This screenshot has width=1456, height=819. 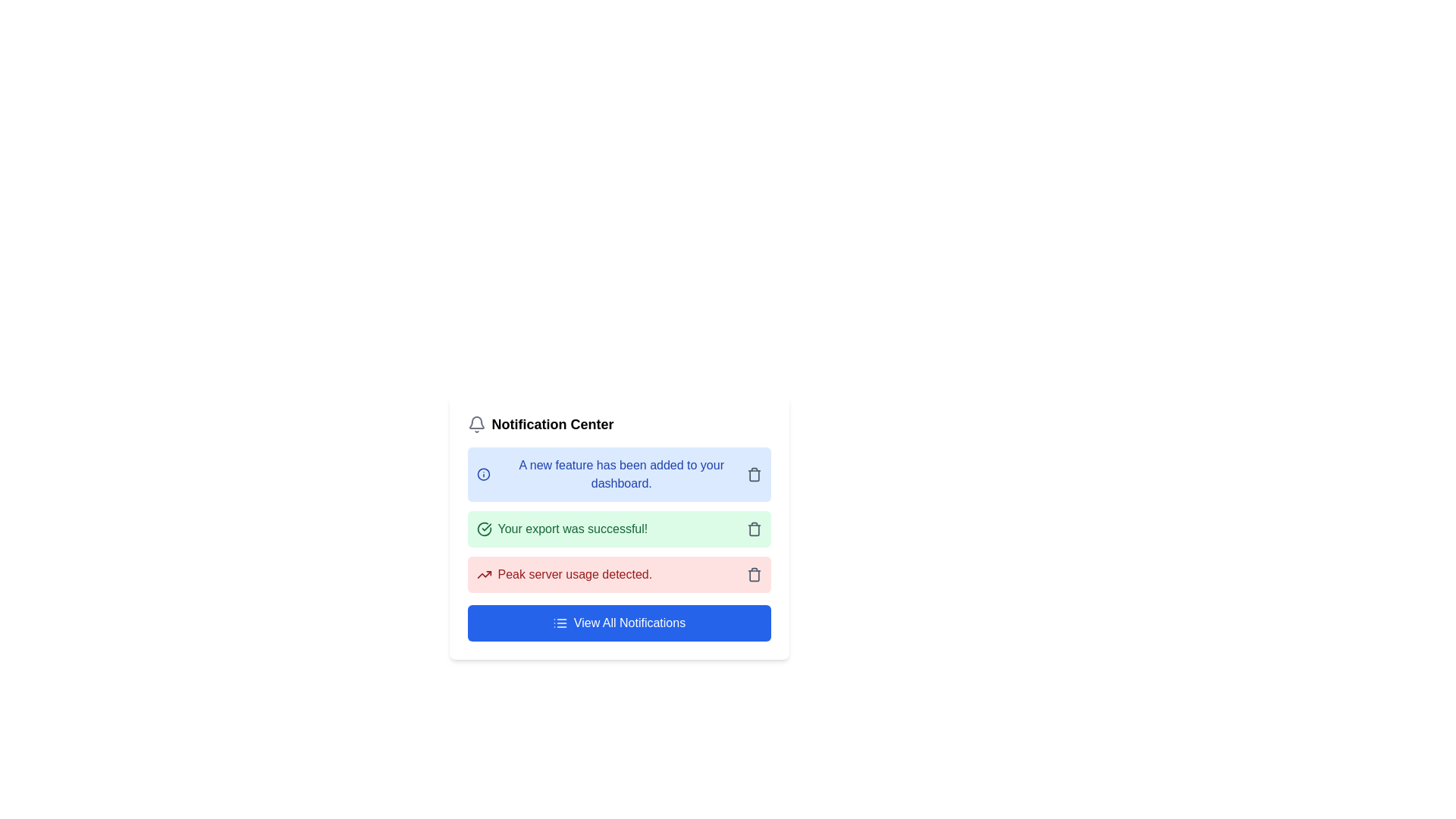 What do you see at coordinates (572, 529) in the screenshot?
I see `message displayed in the text field that says 'Your export was successful!', which is located within the second notification card in a vertically-stacked notification list` at bounding box center [572, 529].